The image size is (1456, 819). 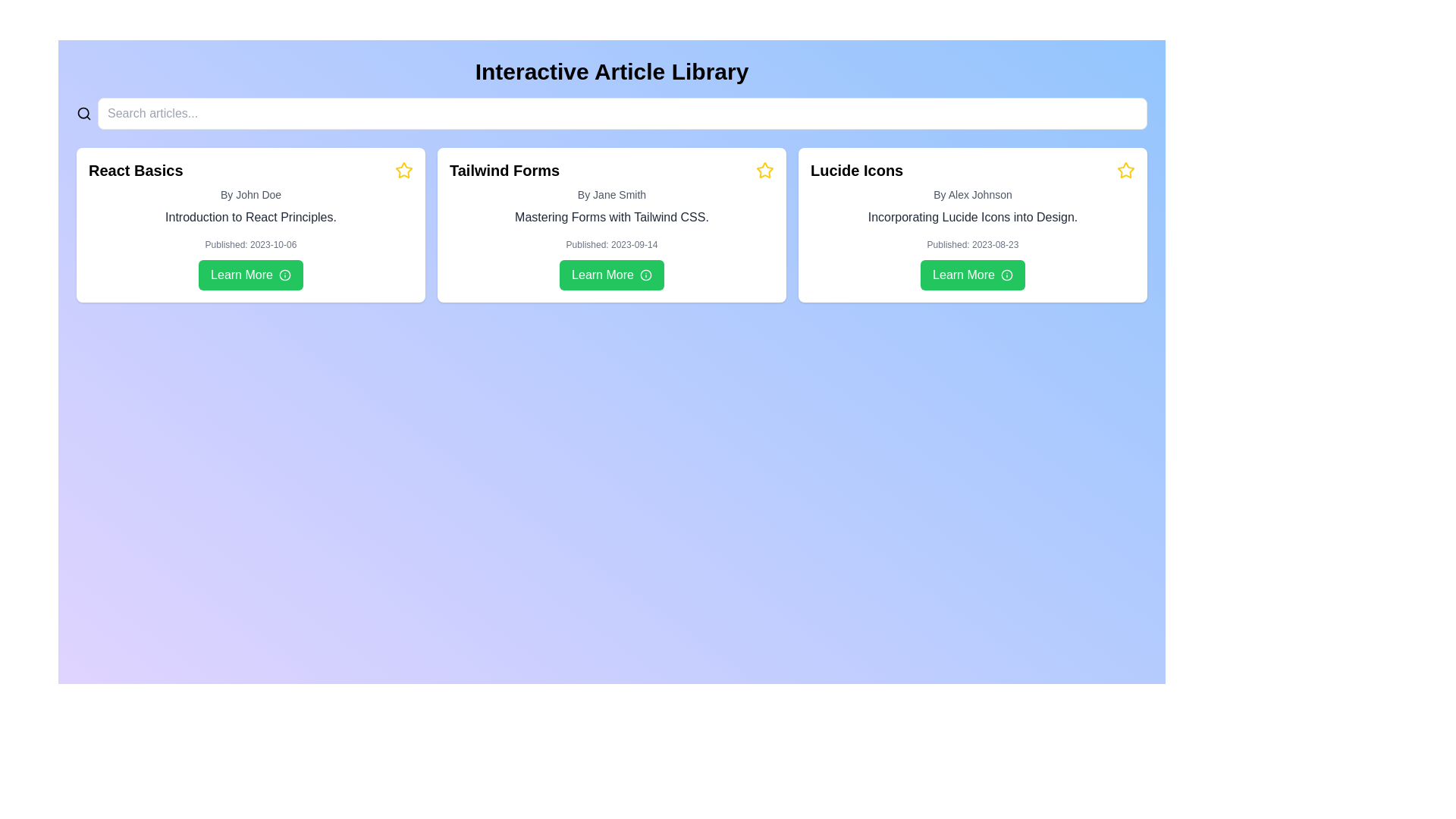 What do you see at coordinates (611, 244) in the screenshot?
I see `text content of the publication date label located in the middle article card titled 'Tailwind Forms', positioned beneath the descriptive text 'Mastering Forms with Tailwind CSS.' and above the green 'Learn More' button` at bounding box center [611, 244].